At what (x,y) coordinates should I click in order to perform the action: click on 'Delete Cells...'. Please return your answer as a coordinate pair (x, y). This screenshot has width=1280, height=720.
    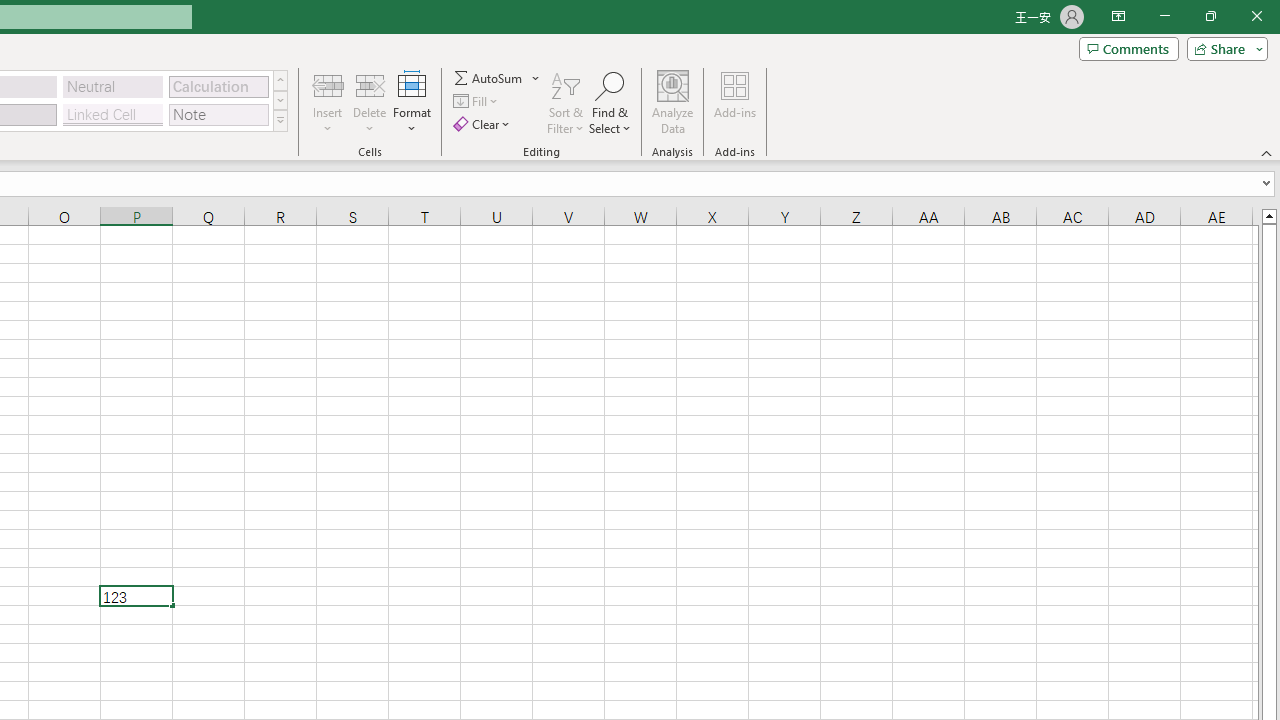
    Looking at the image, I should click on (369, 84).